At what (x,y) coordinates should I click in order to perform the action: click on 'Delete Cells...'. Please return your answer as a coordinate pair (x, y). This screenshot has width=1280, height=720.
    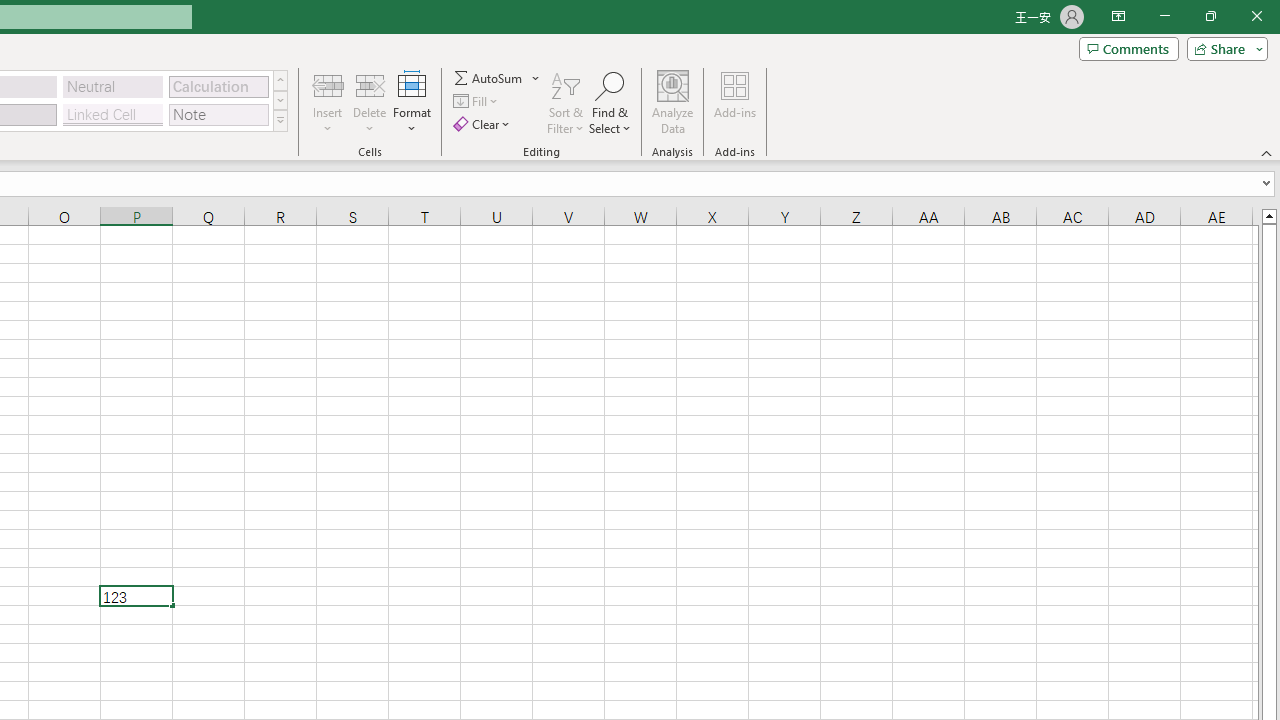
    Looking at the image, I should click on (369, 84).